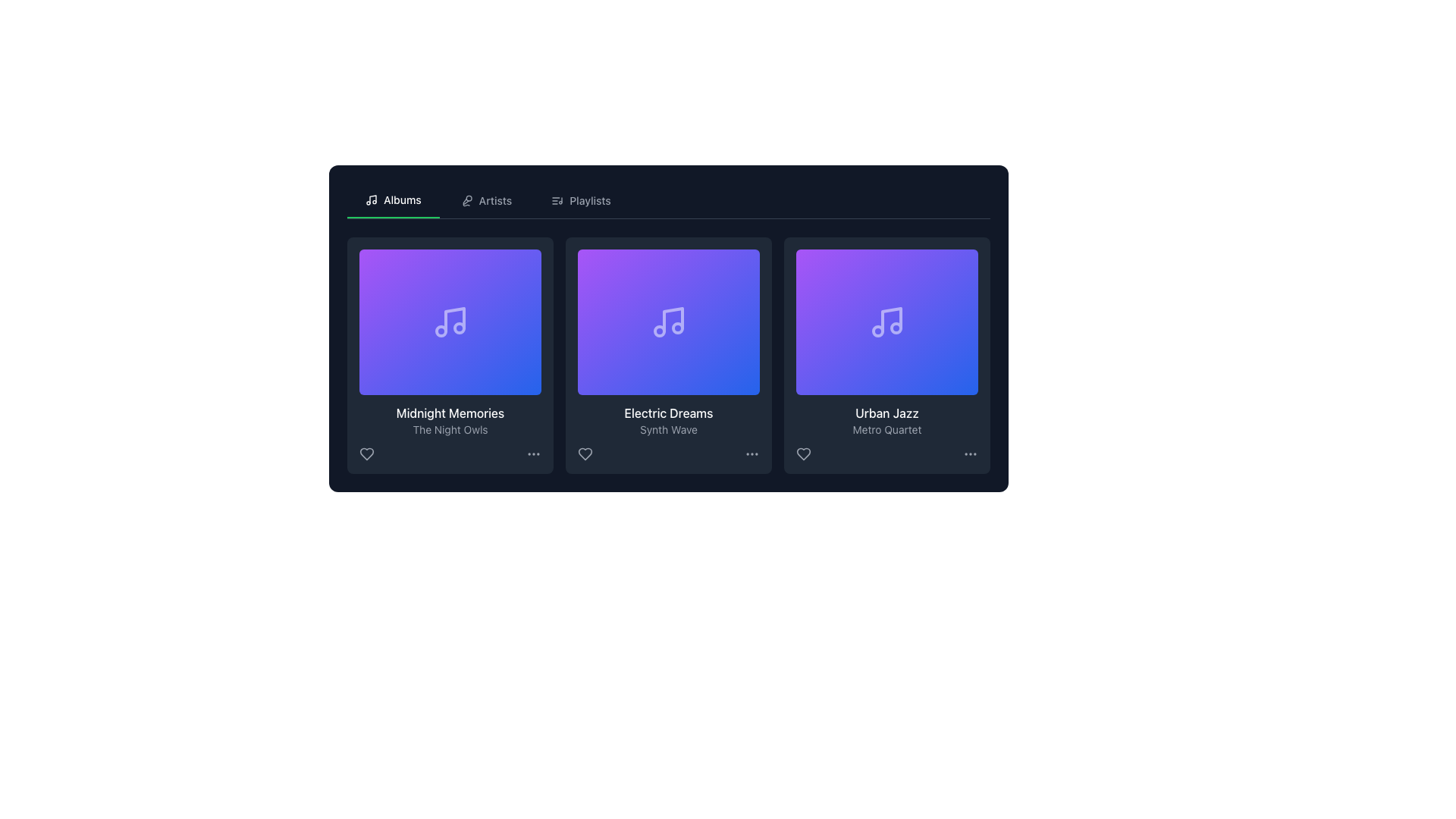 The height and width of the screenshot is (819, 1456). What do you see at coordinates (393, 199) in the screenshot?
I see `the 'Albums' navigation button, which features a musical note icon and white text` at bounding box center [393, 199].